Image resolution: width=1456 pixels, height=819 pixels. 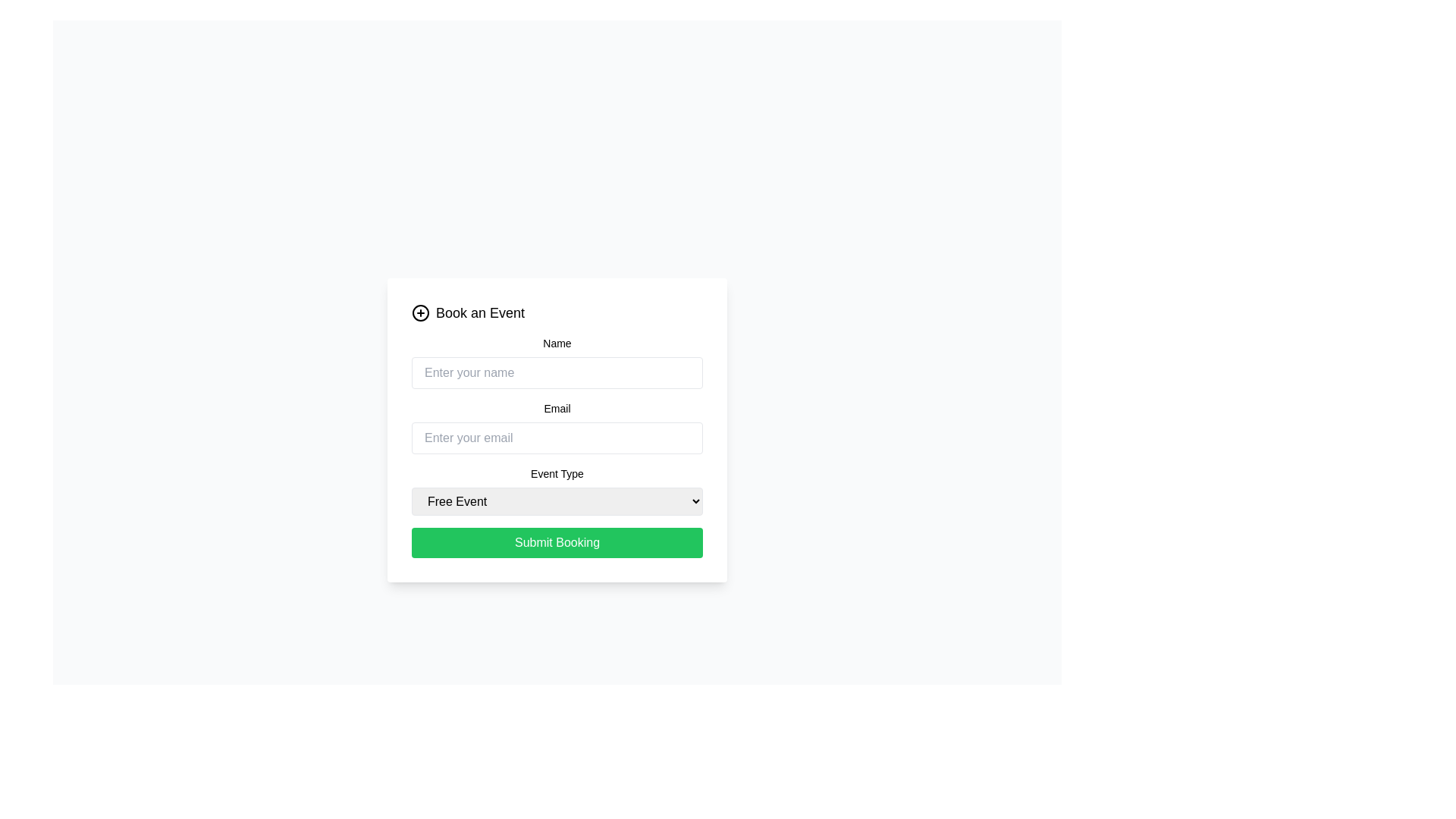 I want to click on the central decorative circle element associated with the 'Book an Event' label, which represents a positive action, so click(x=421, y=312).